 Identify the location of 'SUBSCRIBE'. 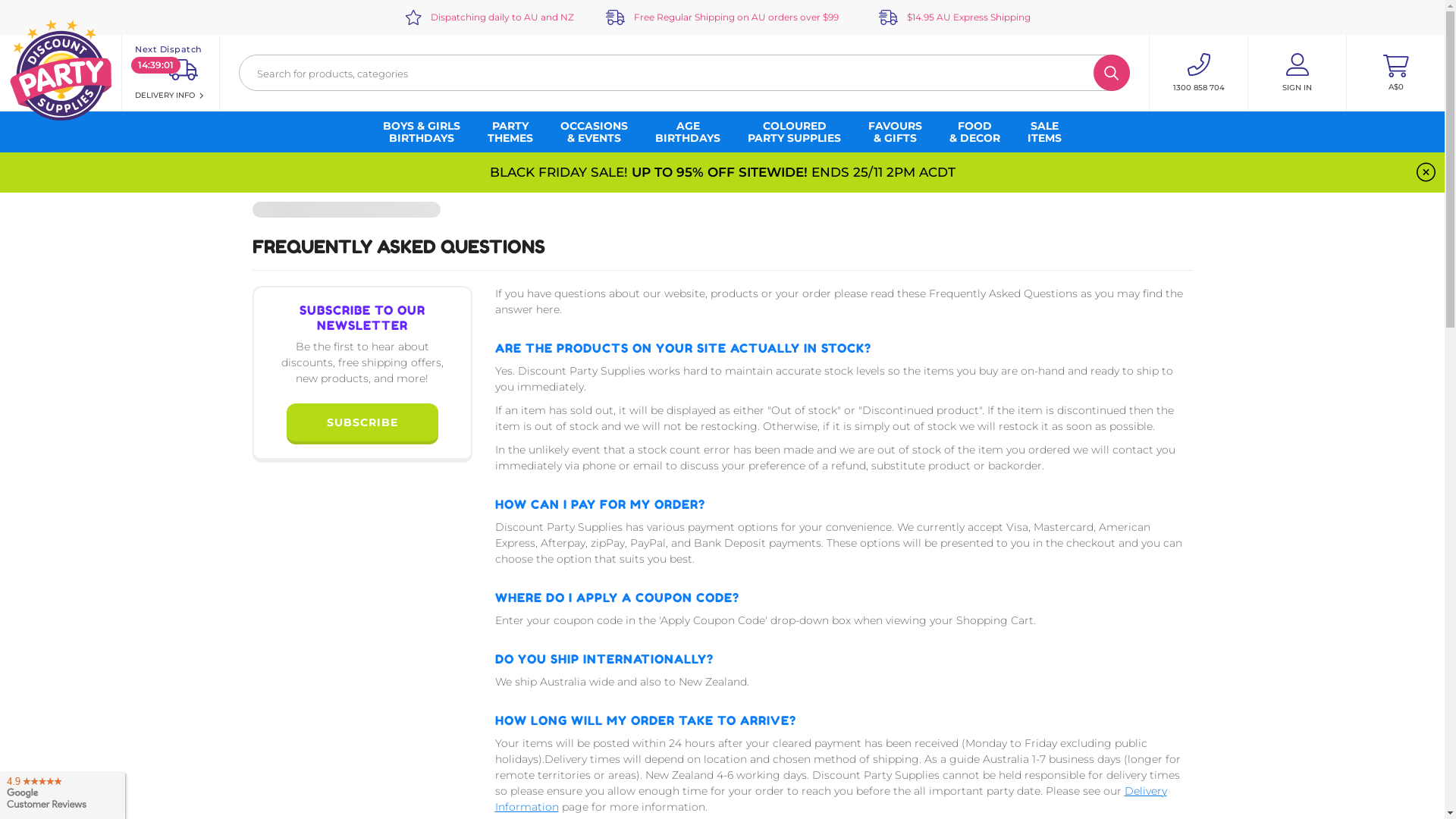
(360, 422).